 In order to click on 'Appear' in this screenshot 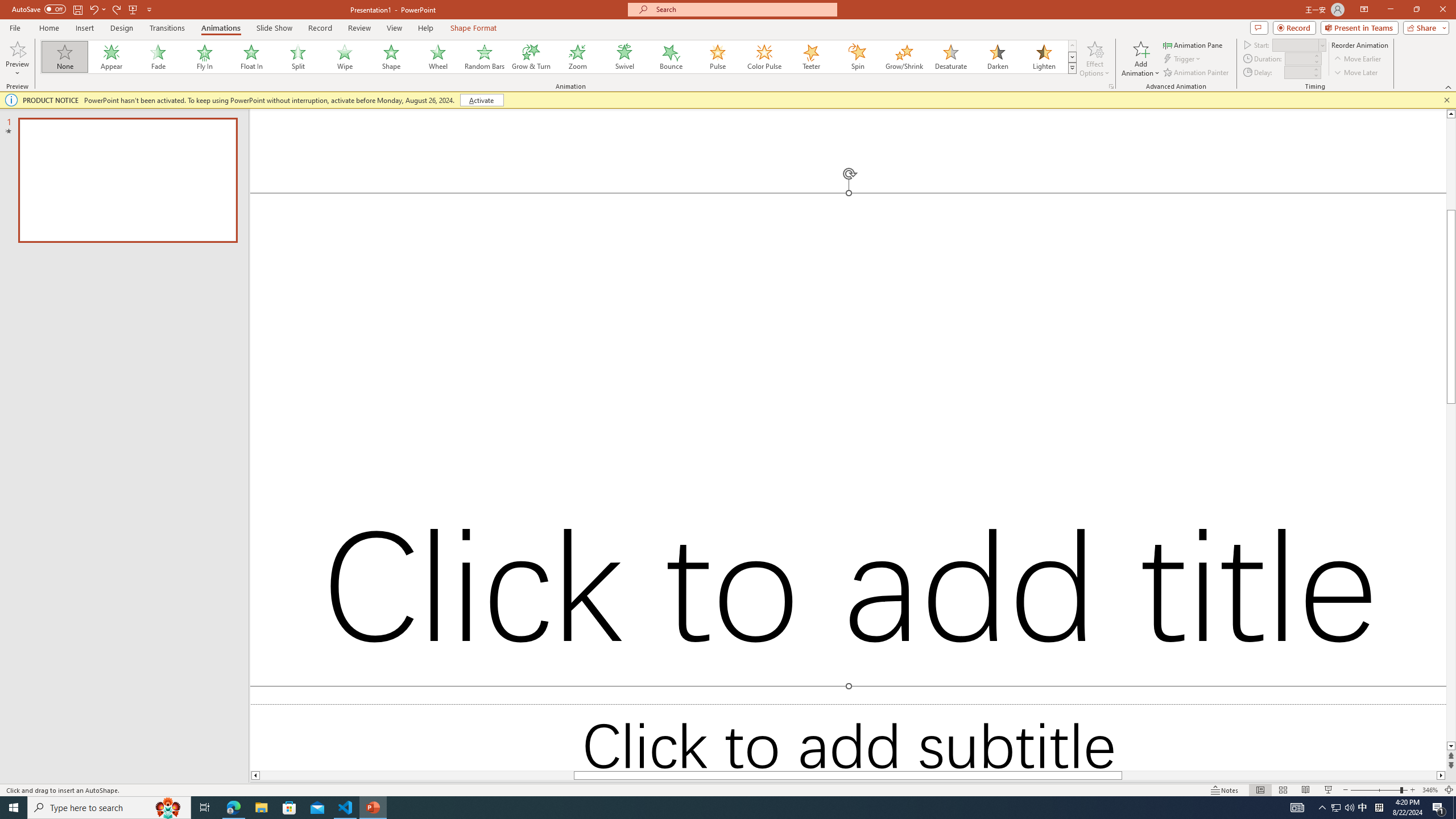, I will do `click(111, 56)`.